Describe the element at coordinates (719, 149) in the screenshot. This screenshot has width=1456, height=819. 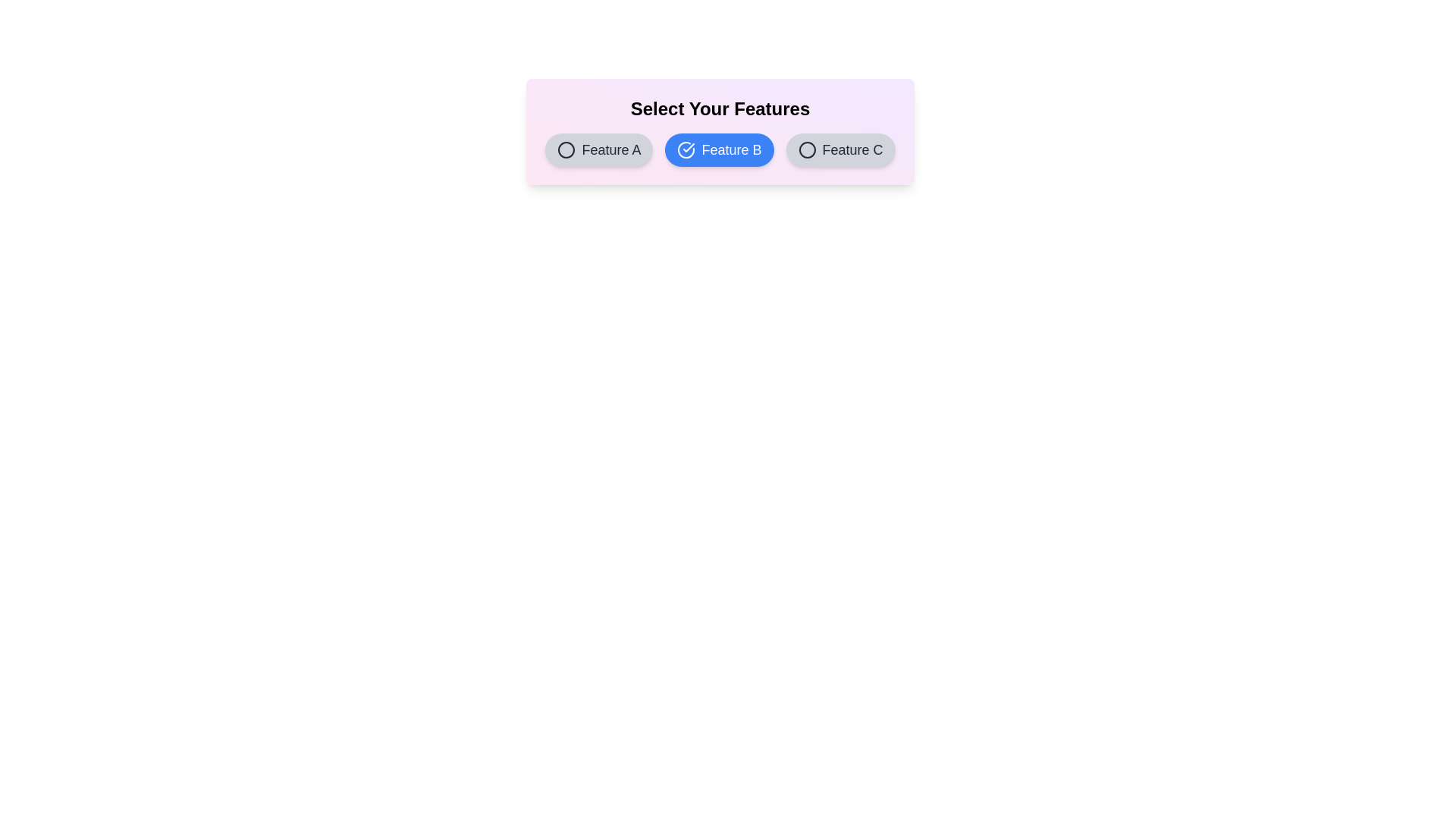
I see `the button labeled Feature B to observe its hover effect` at that location.